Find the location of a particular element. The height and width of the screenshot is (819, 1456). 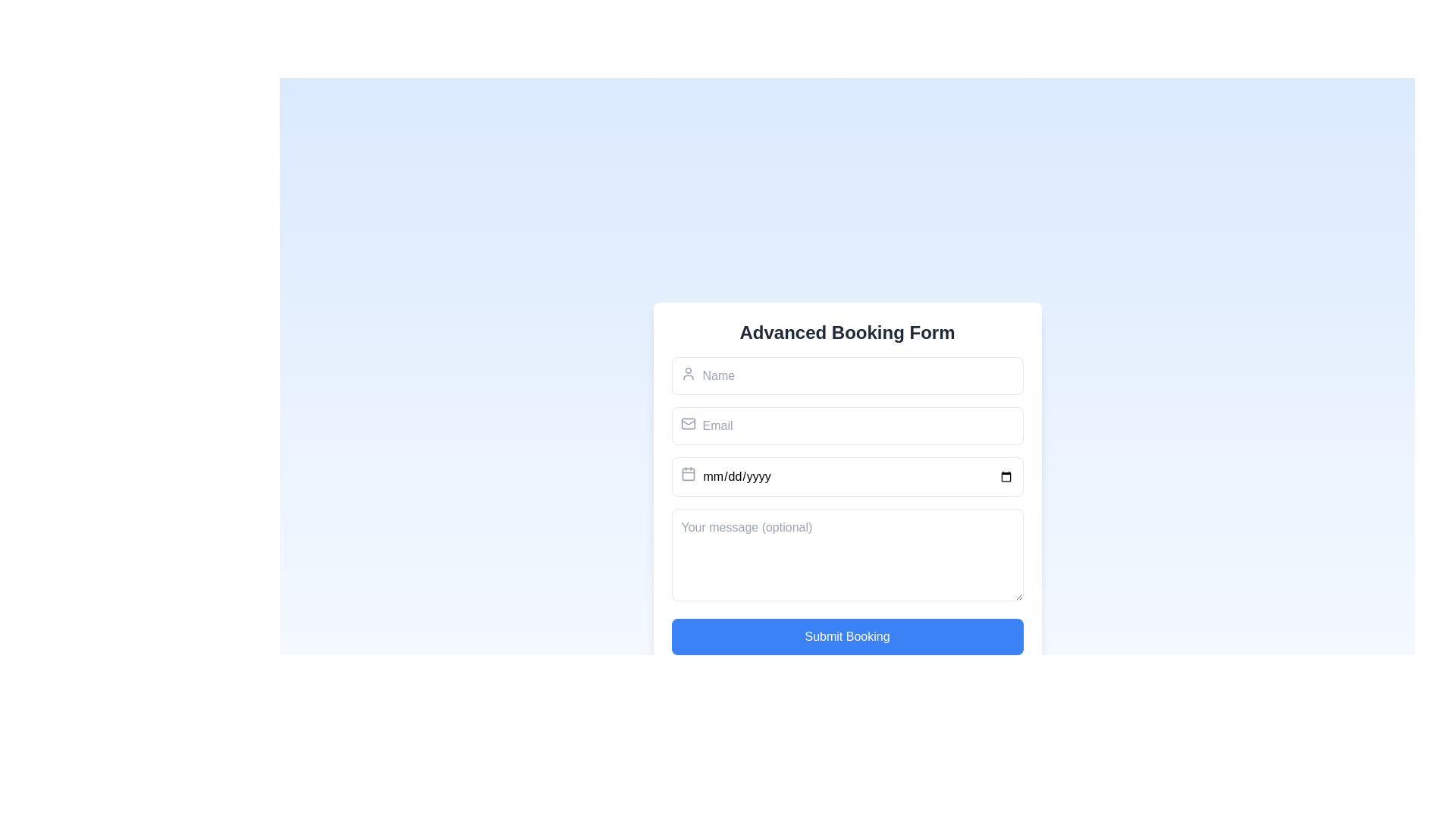

to focus into the email input field located below the 'Name' input field and above the date input field in the form is located at coordinates (846, 425).